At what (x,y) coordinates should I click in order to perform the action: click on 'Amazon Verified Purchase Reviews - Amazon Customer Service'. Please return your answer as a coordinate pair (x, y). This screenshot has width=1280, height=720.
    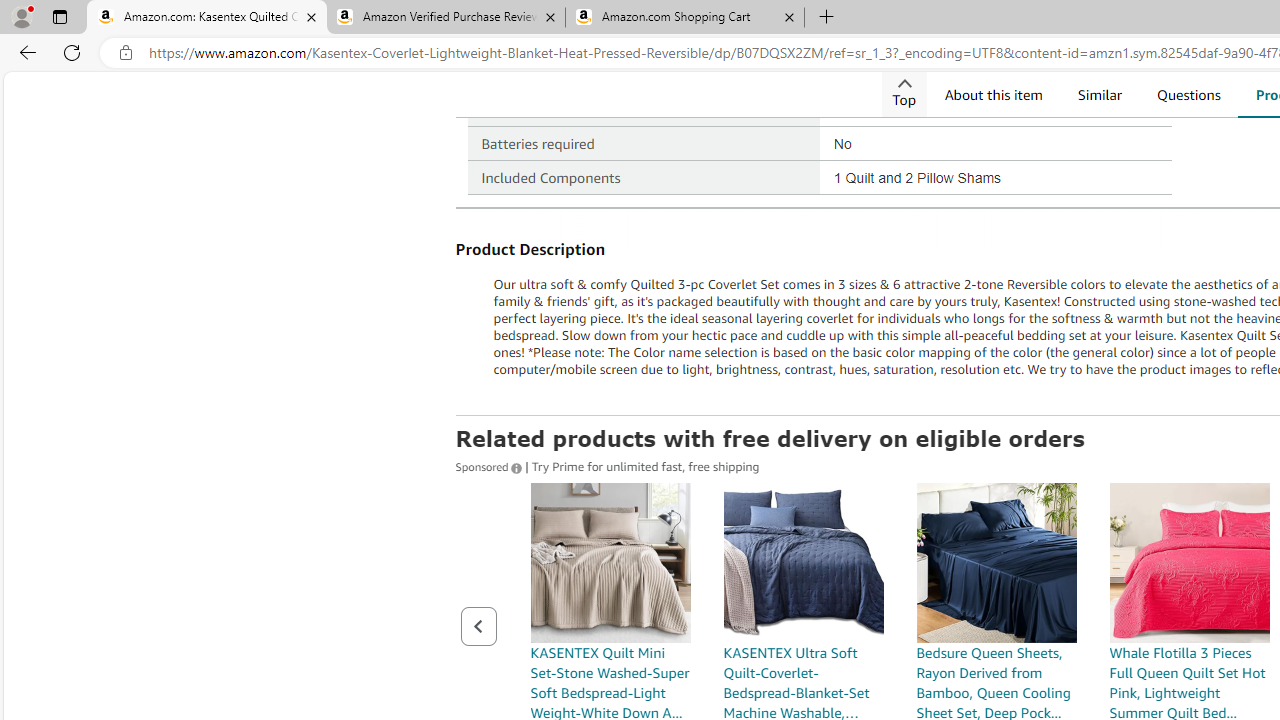
    Looking at the image, I should click on (444, 17).